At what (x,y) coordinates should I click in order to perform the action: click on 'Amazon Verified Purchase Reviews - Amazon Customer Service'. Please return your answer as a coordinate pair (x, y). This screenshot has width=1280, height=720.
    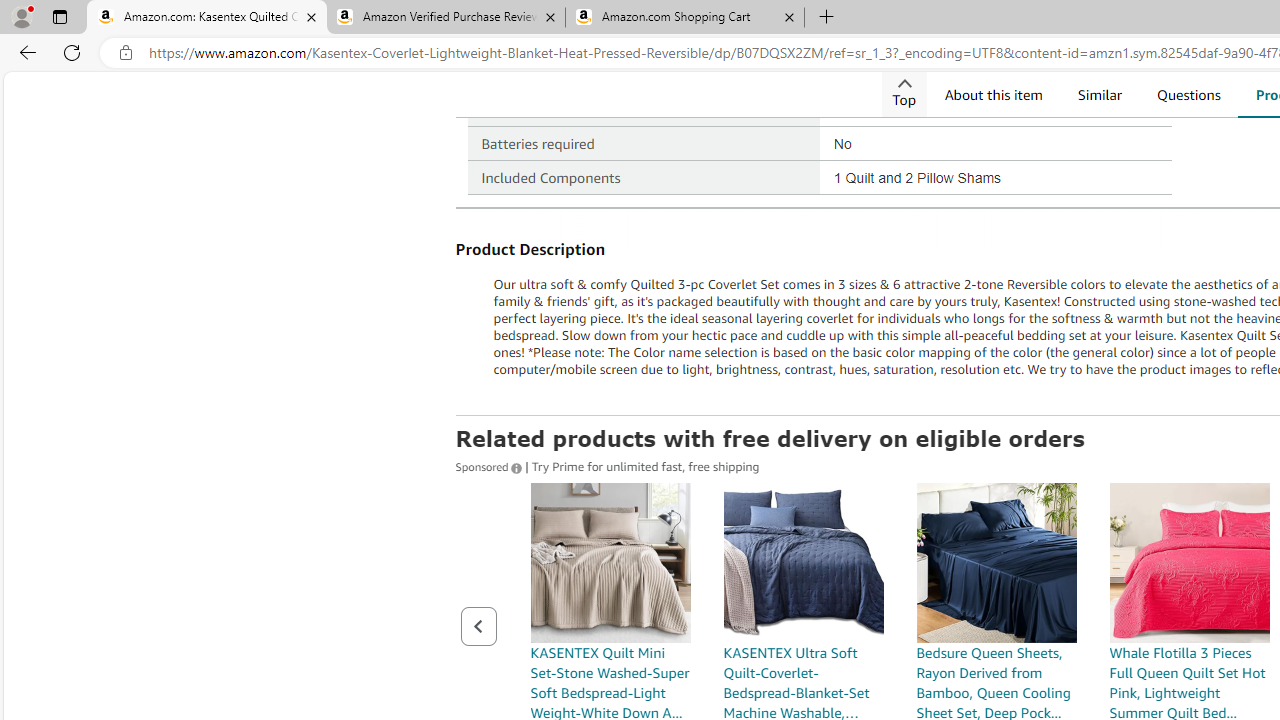
    Looking at the image, I should click on (444, 17).